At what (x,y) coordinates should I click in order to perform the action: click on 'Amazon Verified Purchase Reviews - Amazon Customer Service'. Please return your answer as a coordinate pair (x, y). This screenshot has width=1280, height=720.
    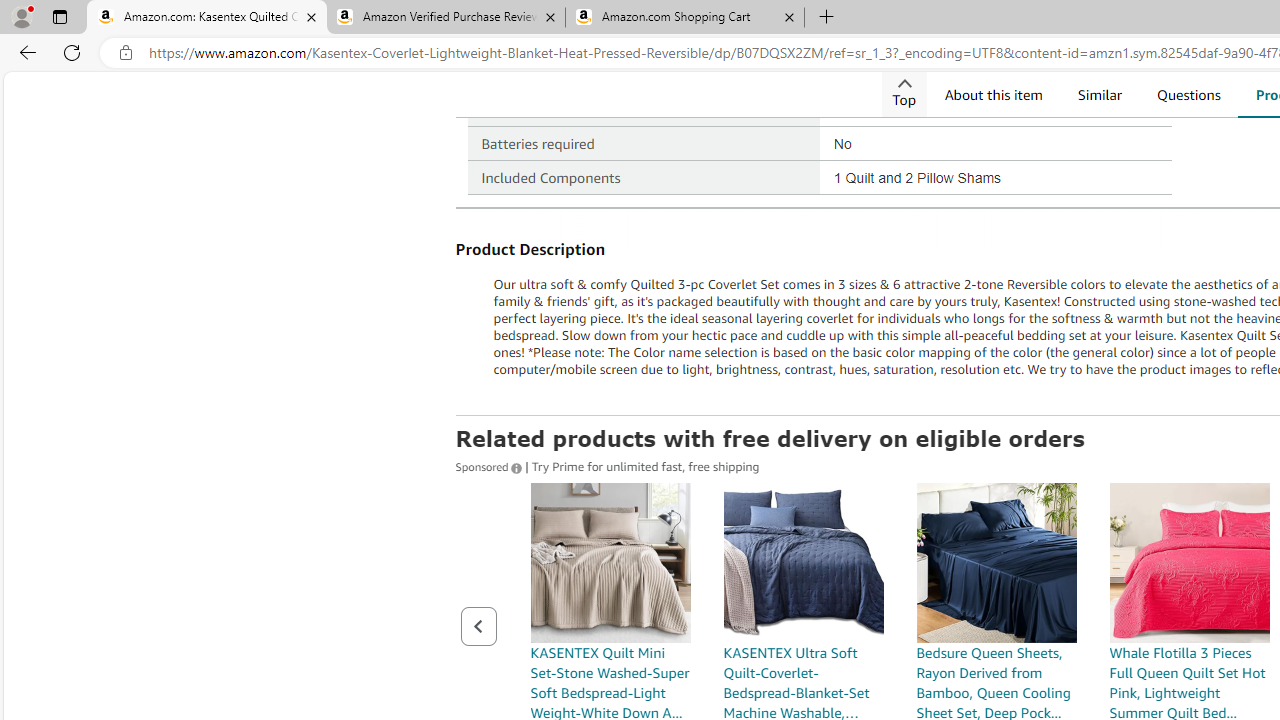
    Looking at the image, I should click on (444, 17).